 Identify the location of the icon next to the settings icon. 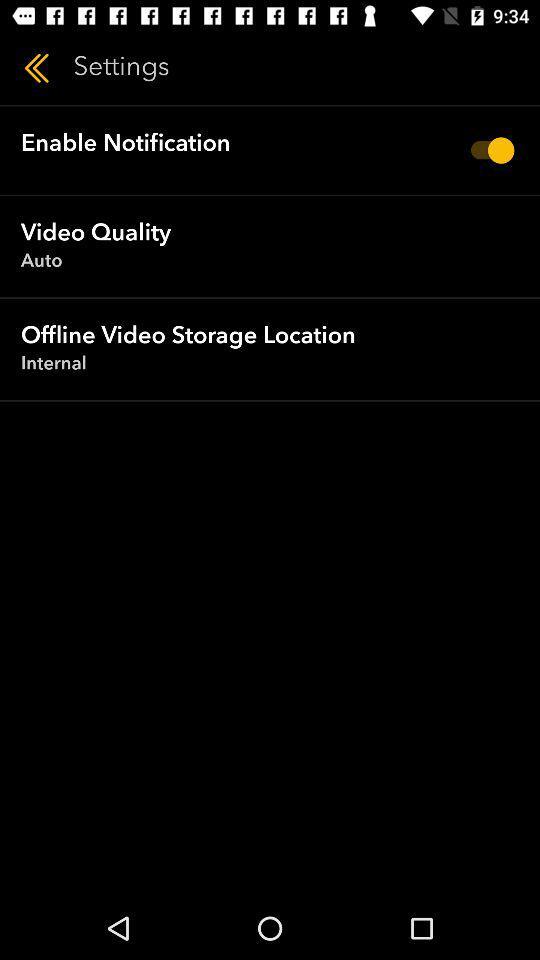
(36, 68).